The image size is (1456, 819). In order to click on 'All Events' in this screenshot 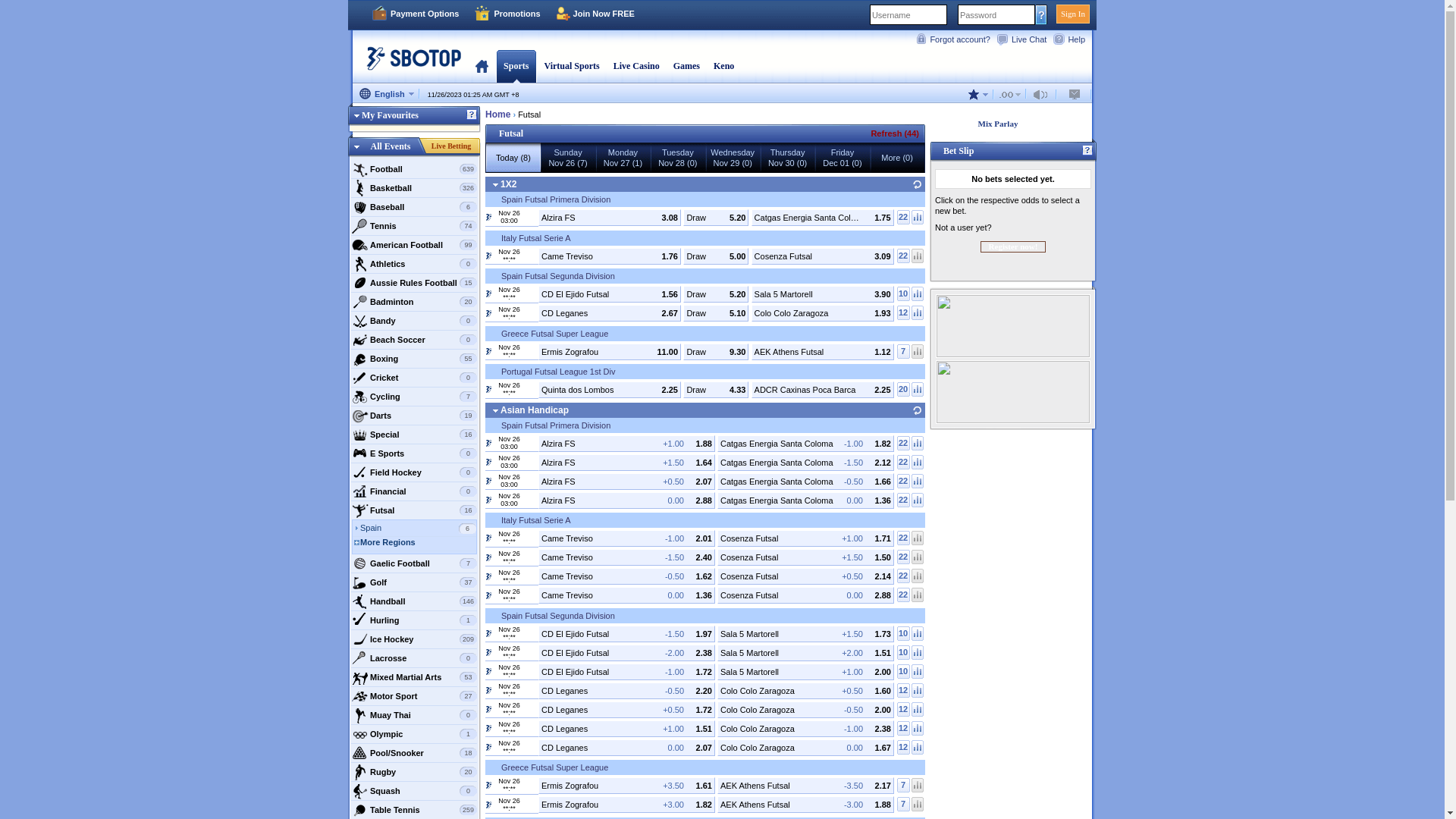, I will do `click(390, 146)`.